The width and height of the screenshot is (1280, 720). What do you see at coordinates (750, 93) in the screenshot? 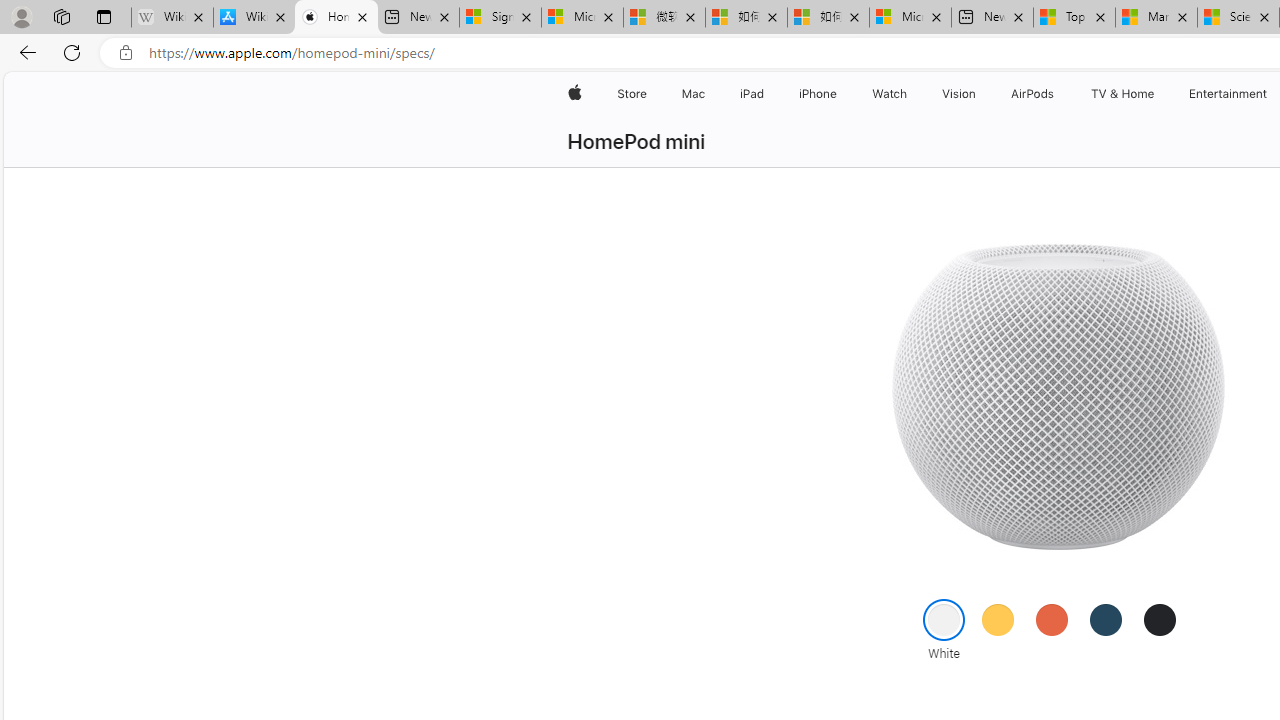
I see `'iPad'` at bounding box center [750, 93].